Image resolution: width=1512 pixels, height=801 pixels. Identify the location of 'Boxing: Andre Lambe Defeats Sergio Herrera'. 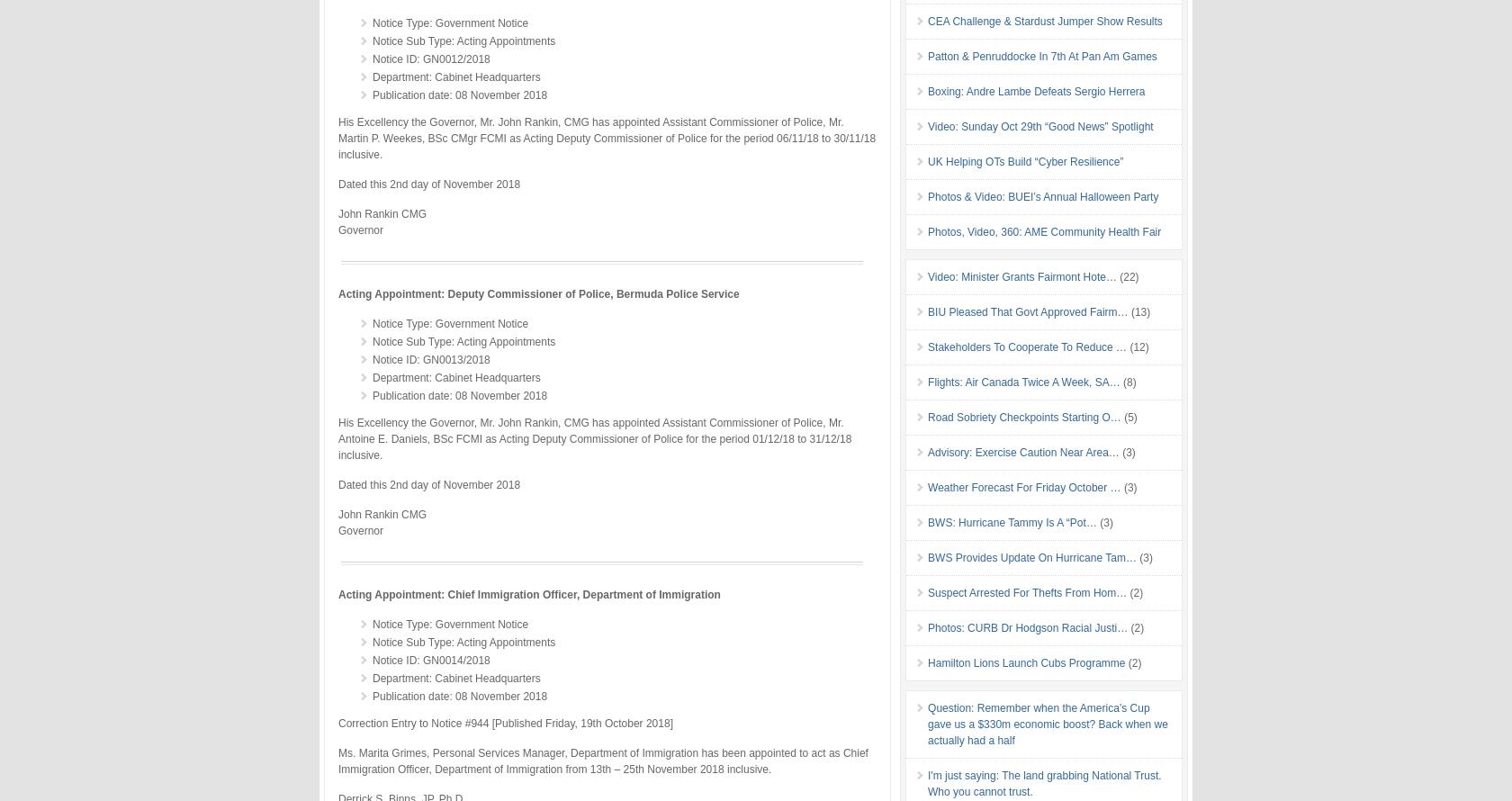
(928, 90).